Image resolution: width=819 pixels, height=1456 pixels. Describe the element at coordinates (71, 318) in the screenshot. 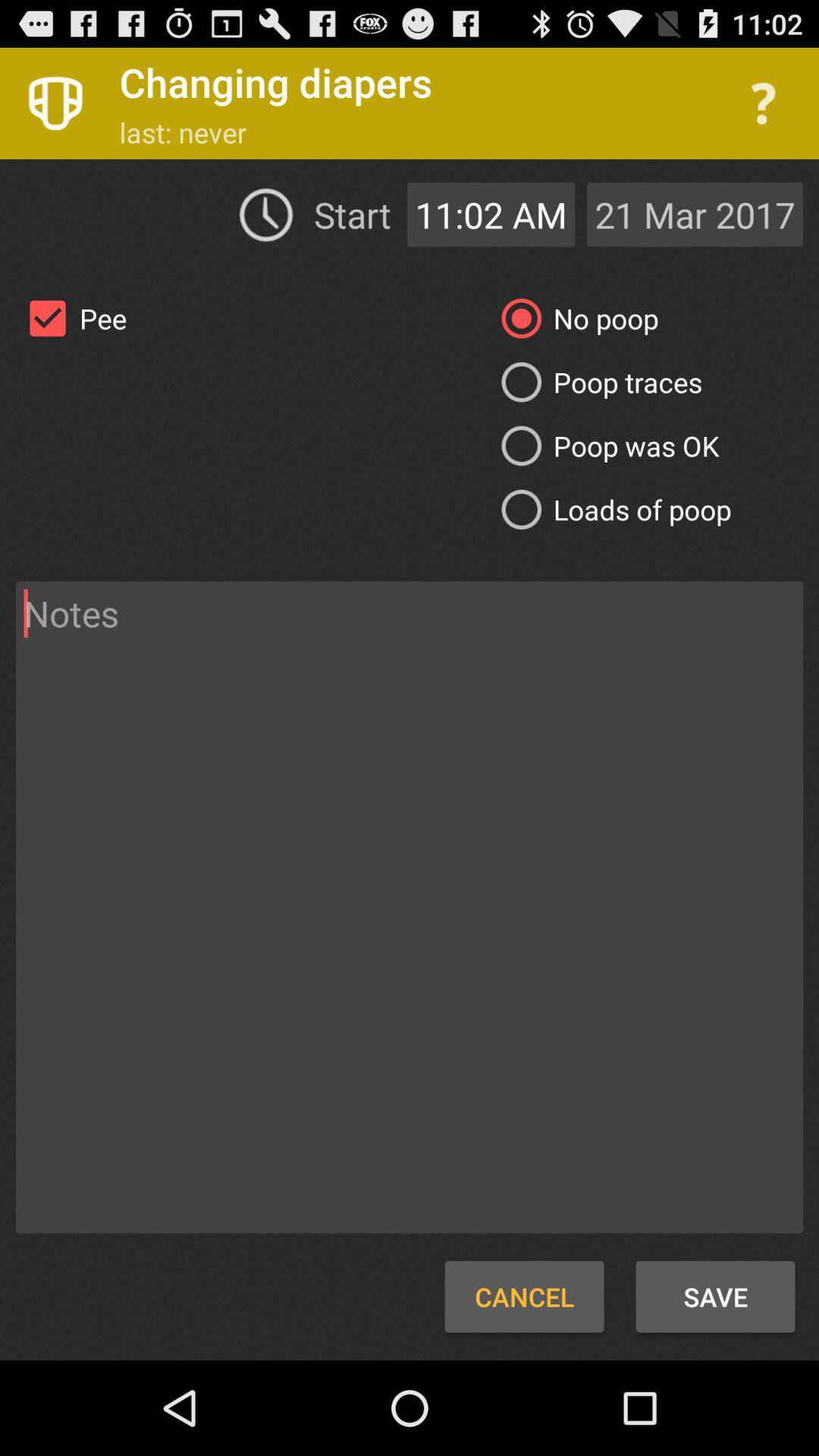

I see `icon next to the no poop icon` at that location.